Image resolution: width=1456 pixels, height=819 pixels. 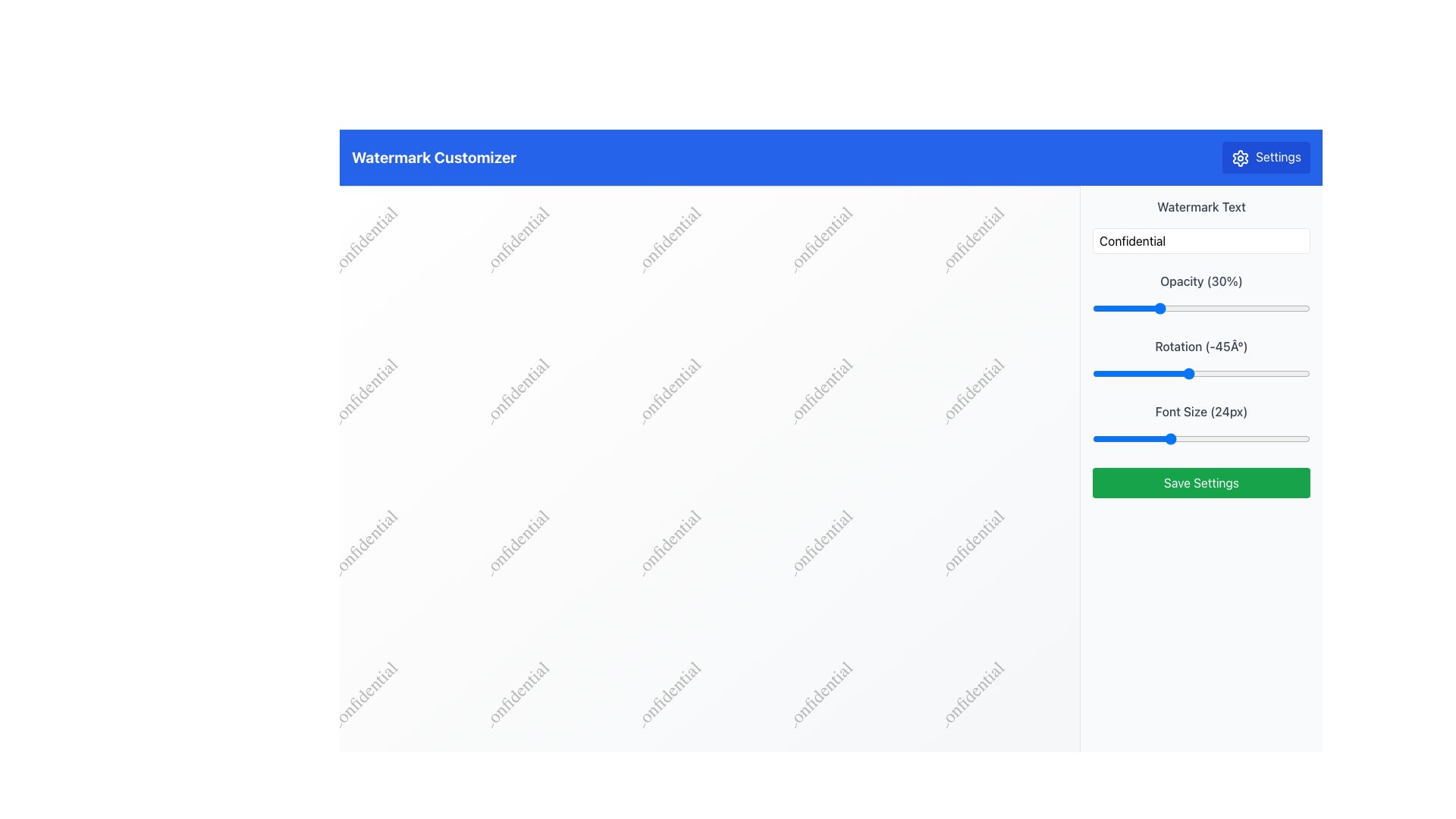 What do you see at coordinates (1092, 307) in the screenshot?
I see `opacity` at bounding box center [1092, 307].